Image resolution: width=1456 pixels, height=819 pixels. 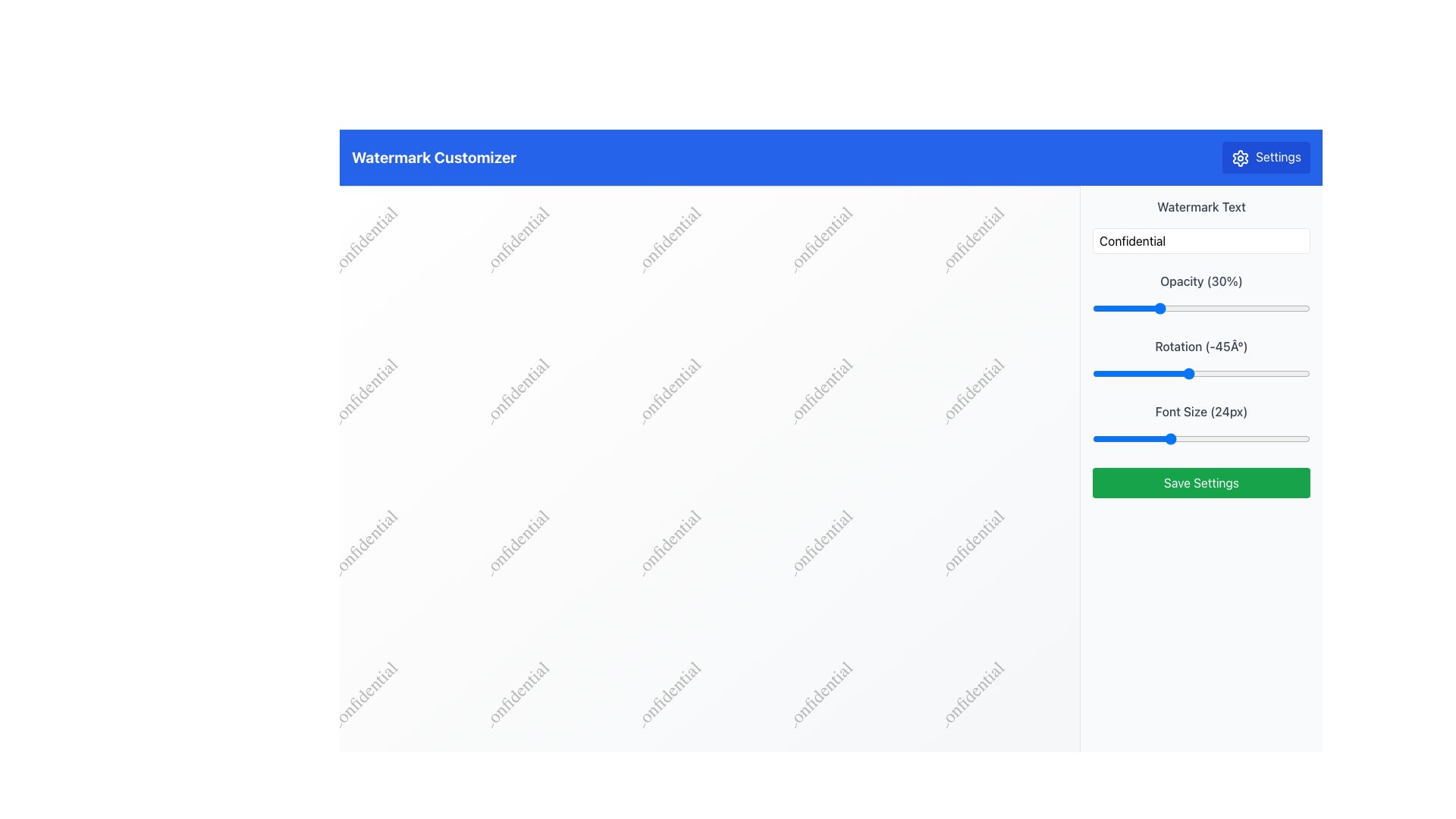 What do you see at coordinates (1092, 307) in the screenshot?
I see `opacity` at bounding box center [1092, 307].